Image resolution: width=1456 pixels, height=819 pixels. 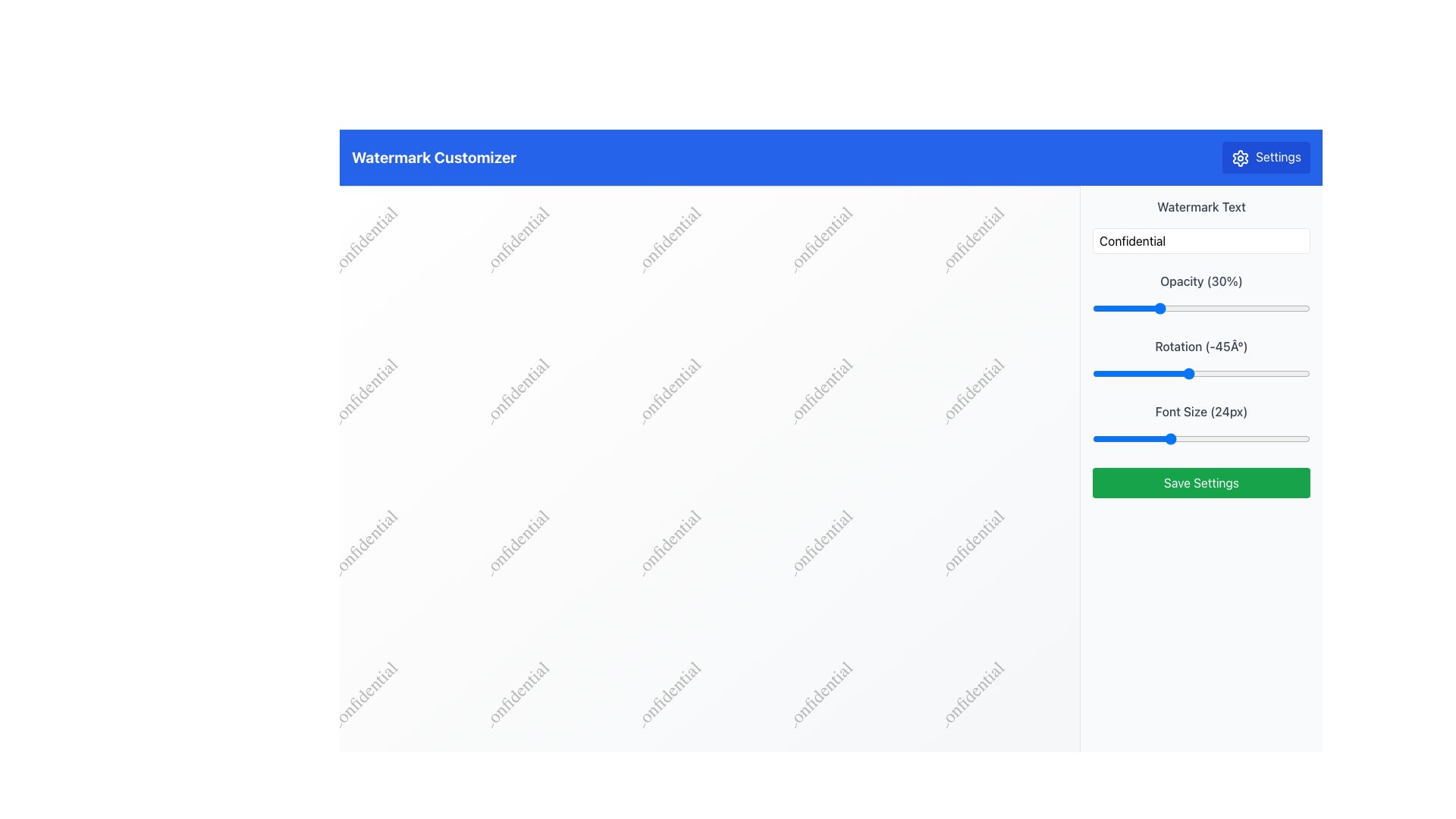 What do you see at coordinates (1092, 307) in the screenshot?
I see `opacity` at bounding box center [1092, 307].